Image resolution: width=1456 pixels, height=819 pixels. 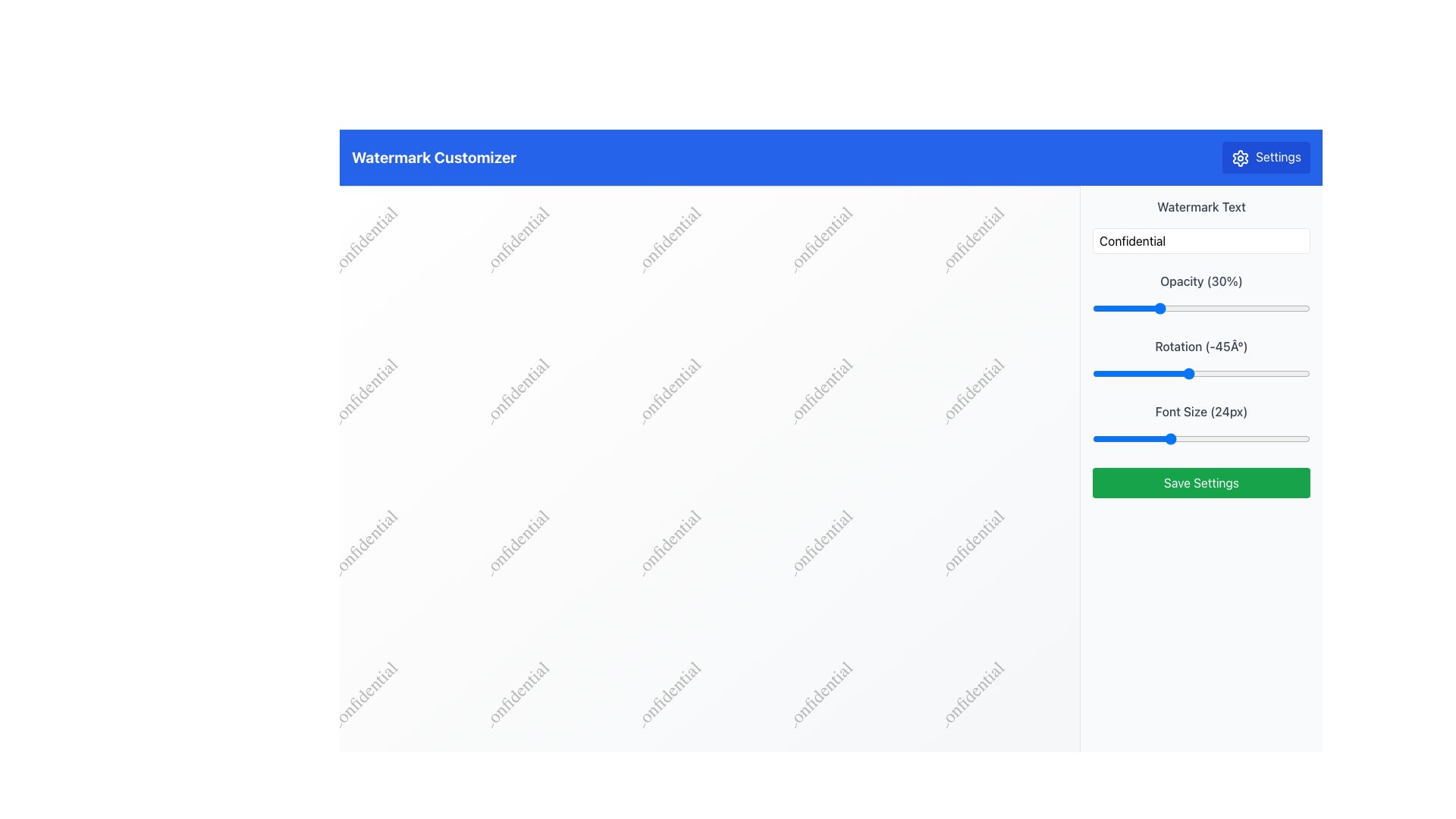 What do you see at coordinates (1092, 307) in the screenshot?
I see `opacity` at bounding box center [1092, 307].